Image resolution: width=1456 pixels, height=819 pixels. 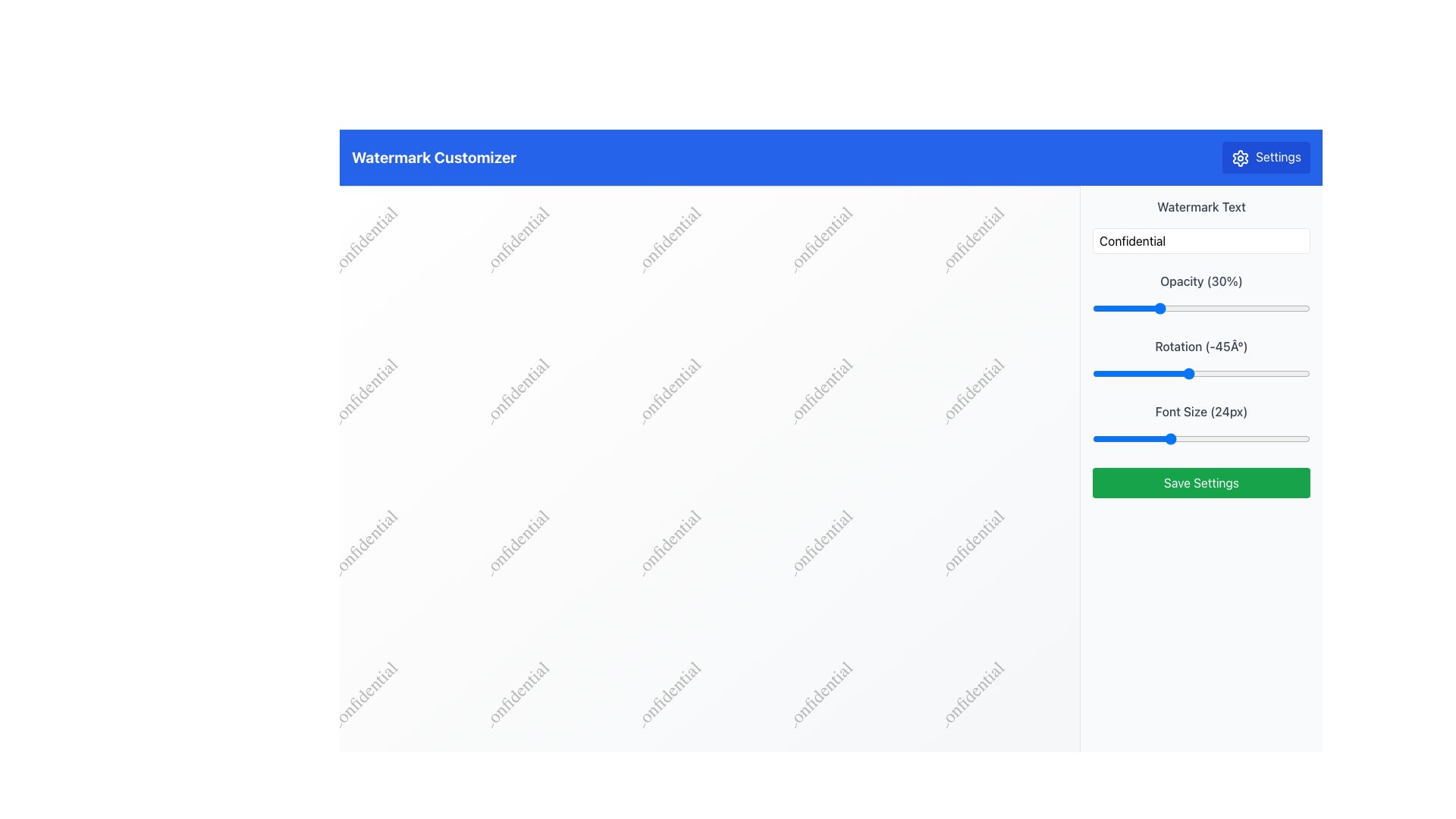 What do you see at coordinates (1092, 307) in the screenshot?
I see `opacity` at bounding box center [1092, 307].